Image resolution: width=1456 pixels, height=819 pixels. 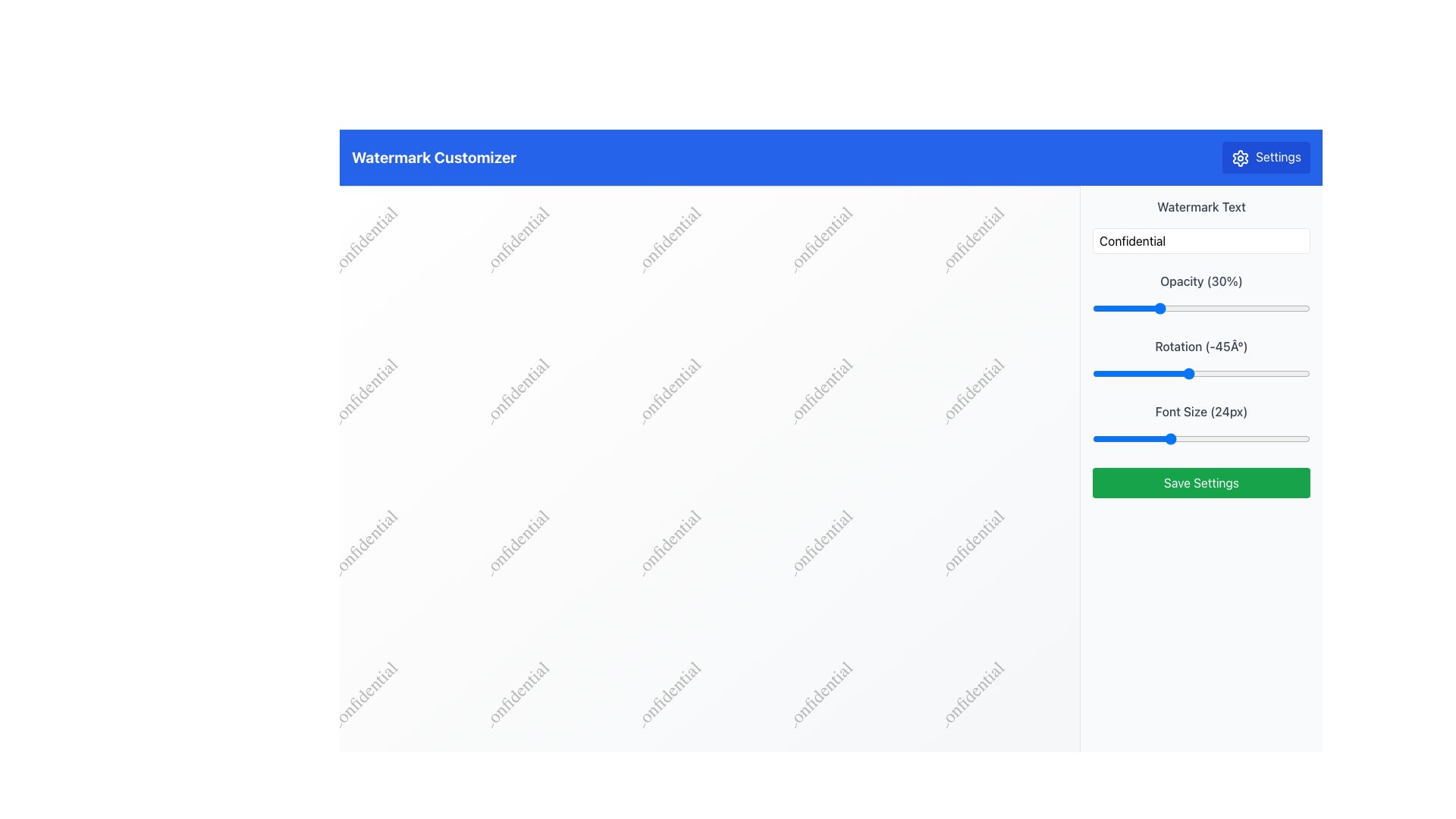 What do you see at coordinates (1092, 307) in the screenshot?
I see `opacity` at bounding box center [1092, 307].